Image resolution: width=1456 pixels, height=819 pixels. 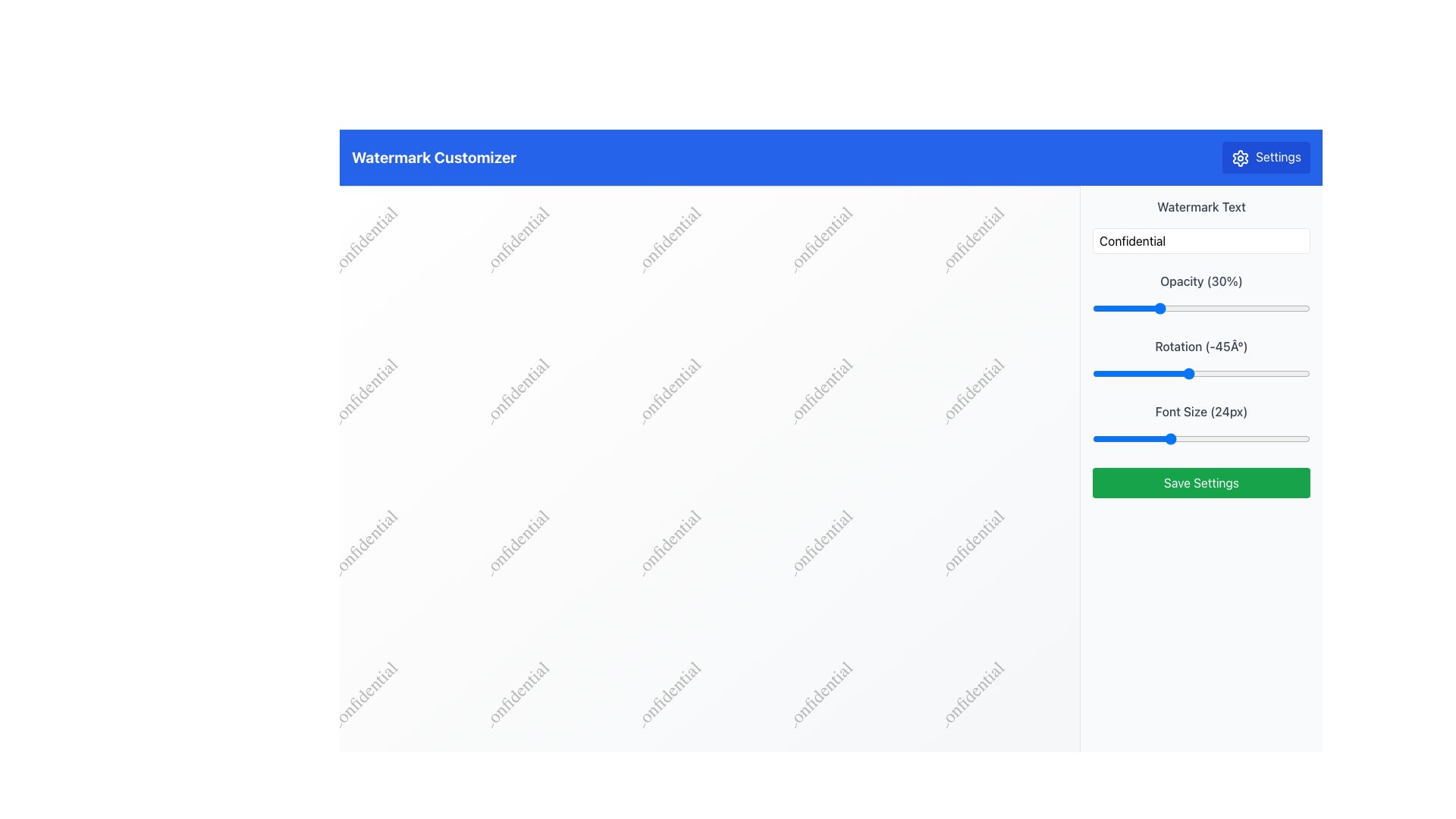 What do you see at coordinates (1092, 307) in the screenshot?
I see `opacity` at bounding box center [1092, 307].